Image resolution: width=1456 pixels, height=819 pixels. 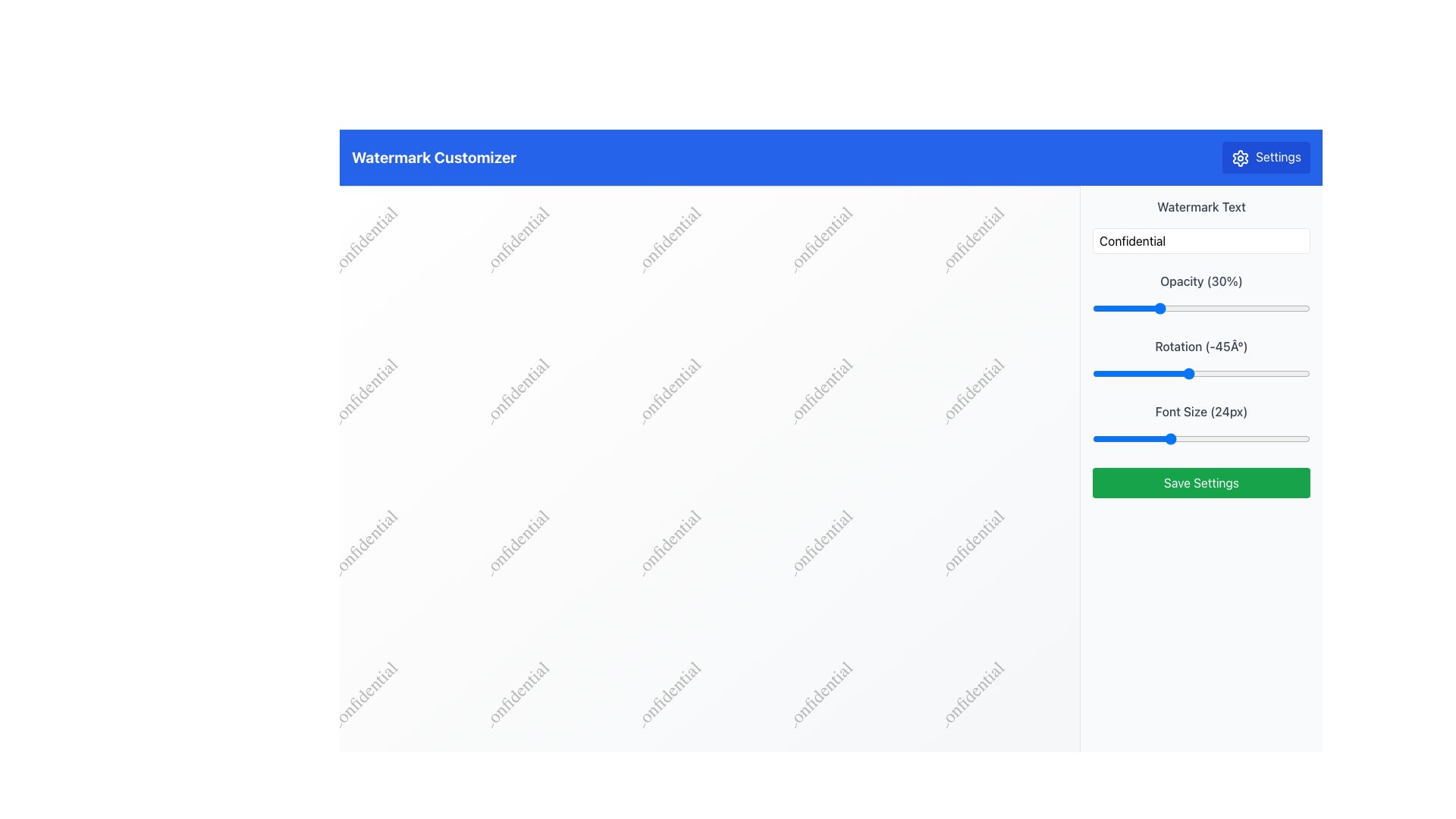 What do you see at coordinates (1092, 307) in the screenshot?
I see `opacity` at bounding box center [1092, 307].